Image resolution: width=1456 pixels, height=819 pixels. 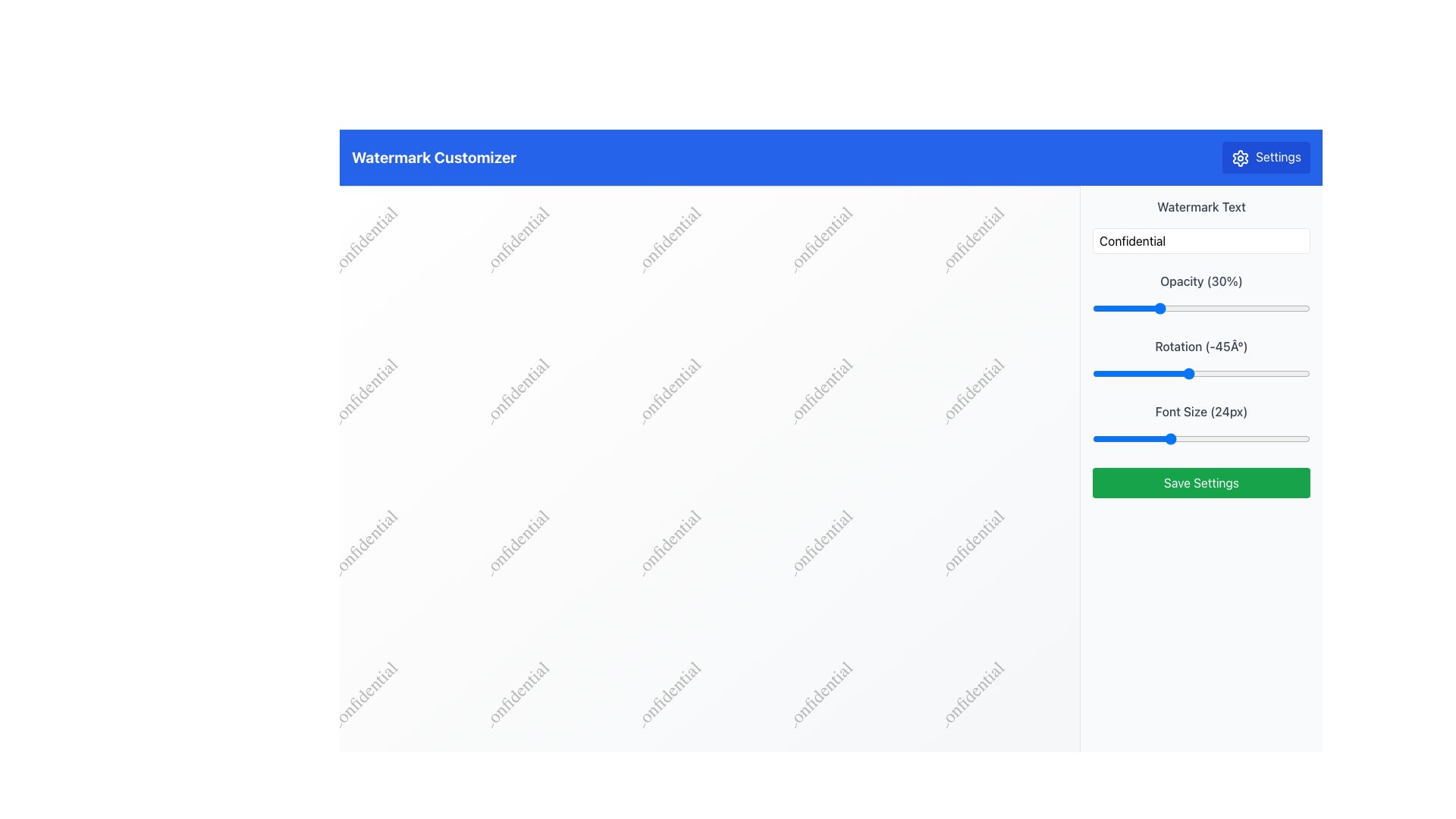 What do you see at coordinates (1092, 307) in the screenshot?
I see `opacity` at bounding box center [1092, 307].